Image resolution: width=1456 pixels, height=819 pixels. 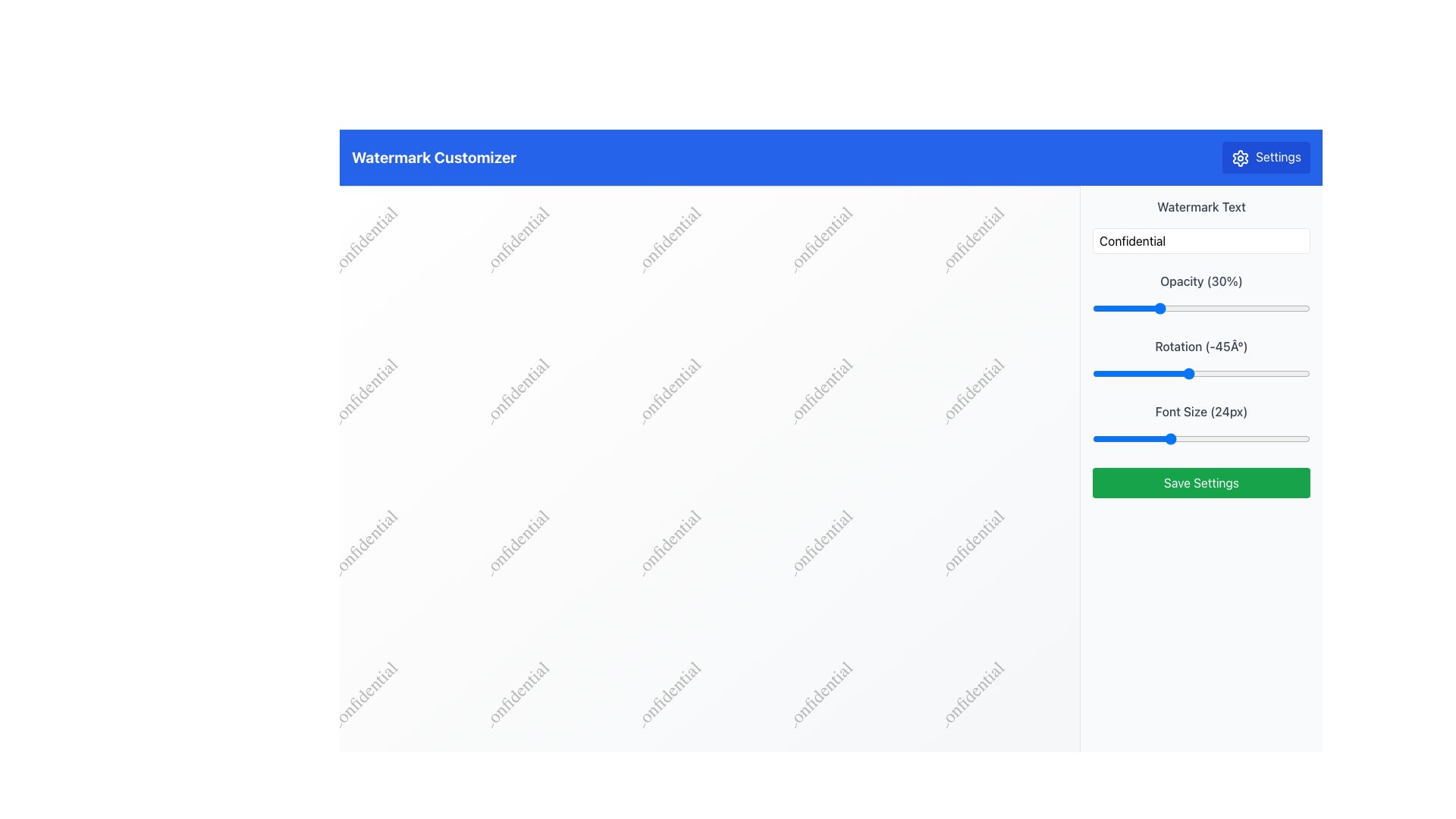 What do you see at coordinates (1092, 307) in the screenshot?
I see `opacity` at bounding box center [1092, 307].